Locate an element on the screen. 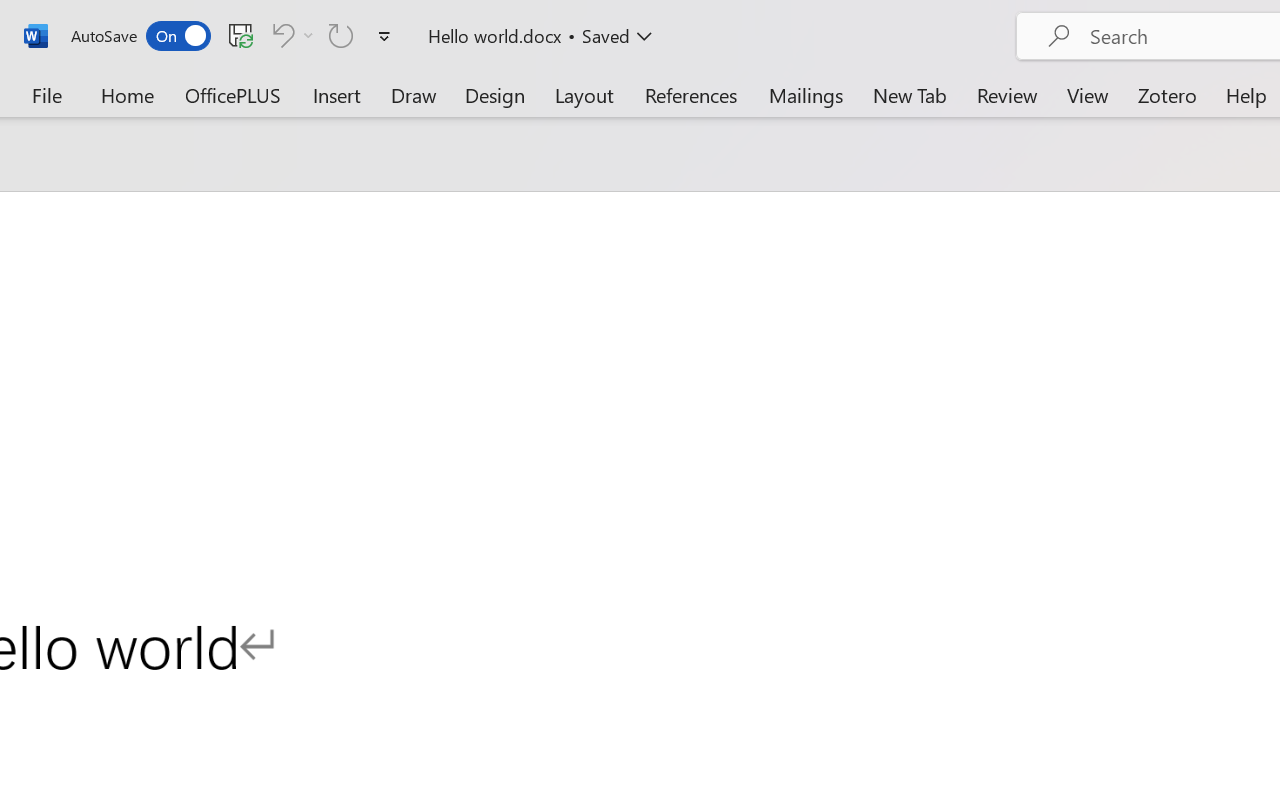 The width and height of the screenshot is (1280, 800). 'OfficePLUS' is located at coordinates (233, 94).